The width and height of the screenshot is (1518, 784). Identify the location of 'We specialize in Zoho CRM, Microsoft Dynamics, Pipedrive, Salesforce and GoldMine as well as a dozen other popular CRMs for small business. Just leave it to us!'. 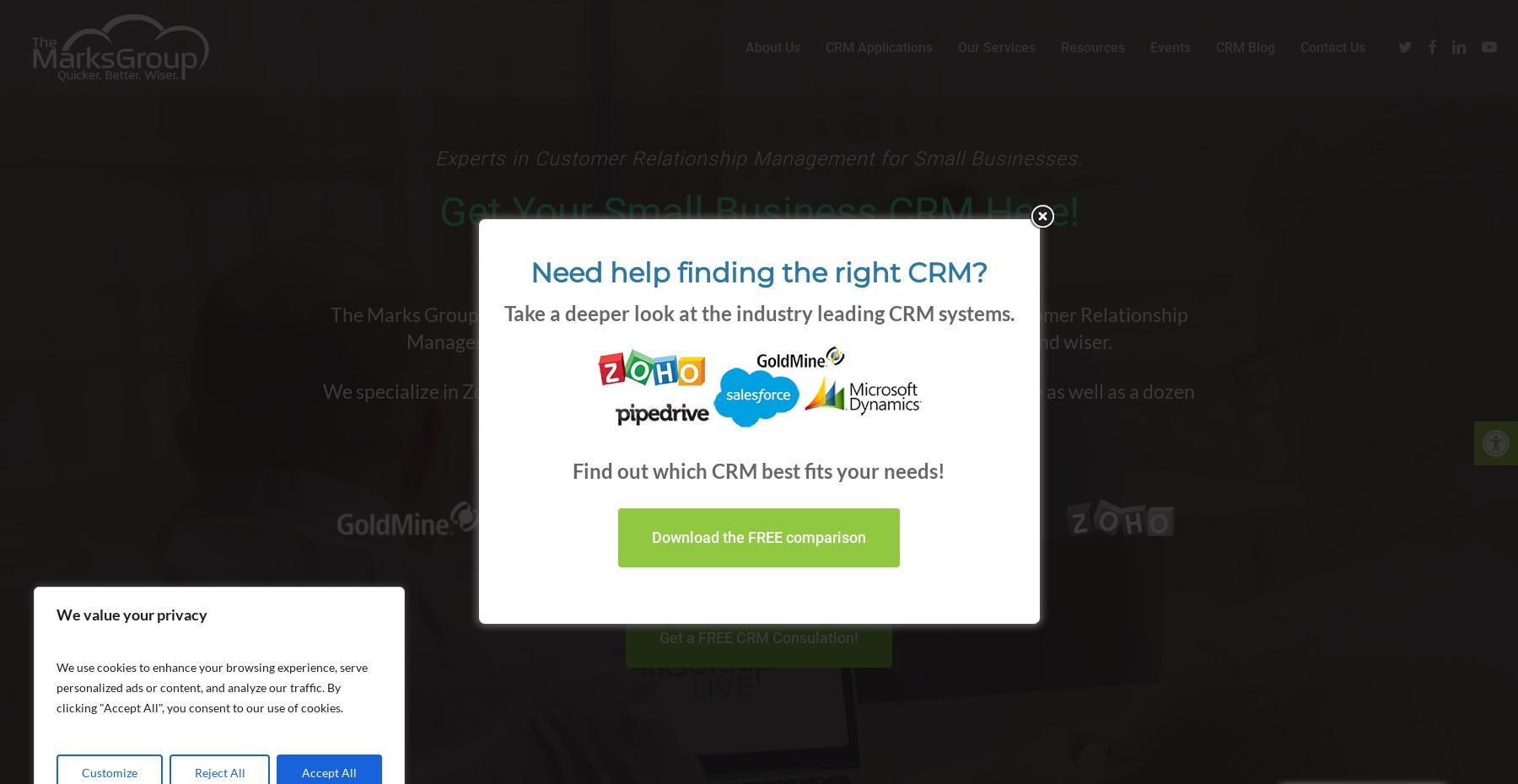
(759, 403).